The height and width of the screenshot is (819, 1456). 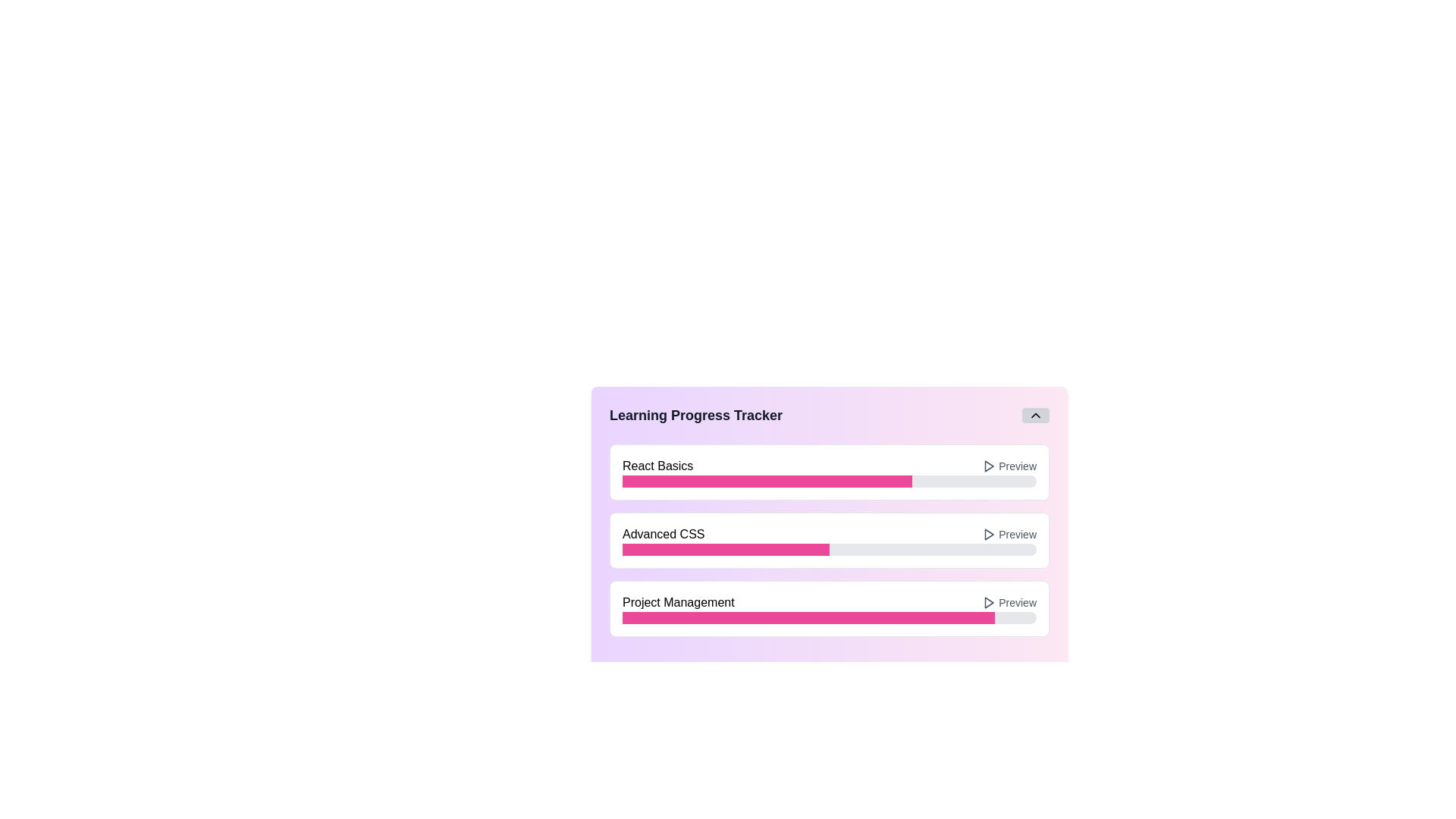 I want to click on a section of the progress bar within the 'Learning Progress Tracker' panel to indicate progress in that section, so click(x=829, y=526).